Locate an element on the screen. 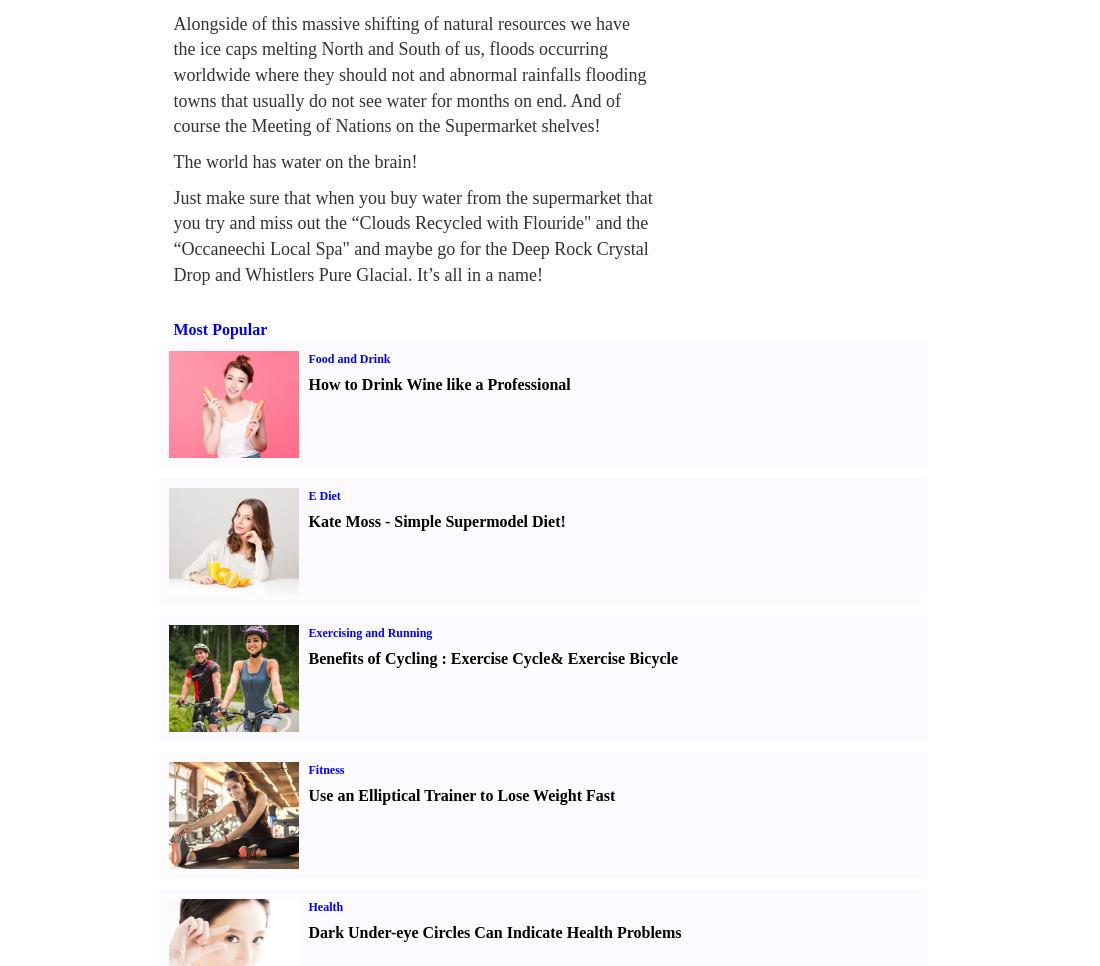 This screenshot has width=1100, height=966. 'Alongside of this massive shifting of natural resources we have the ice caps melting North and South of us, floods occurring worldwide where they should not and abnormal rainfalls flooding towns that usually do not see water for months on end. And of course the Meeting of Nations on the Supermarket shelves!' is located at coordinates (409, 73).